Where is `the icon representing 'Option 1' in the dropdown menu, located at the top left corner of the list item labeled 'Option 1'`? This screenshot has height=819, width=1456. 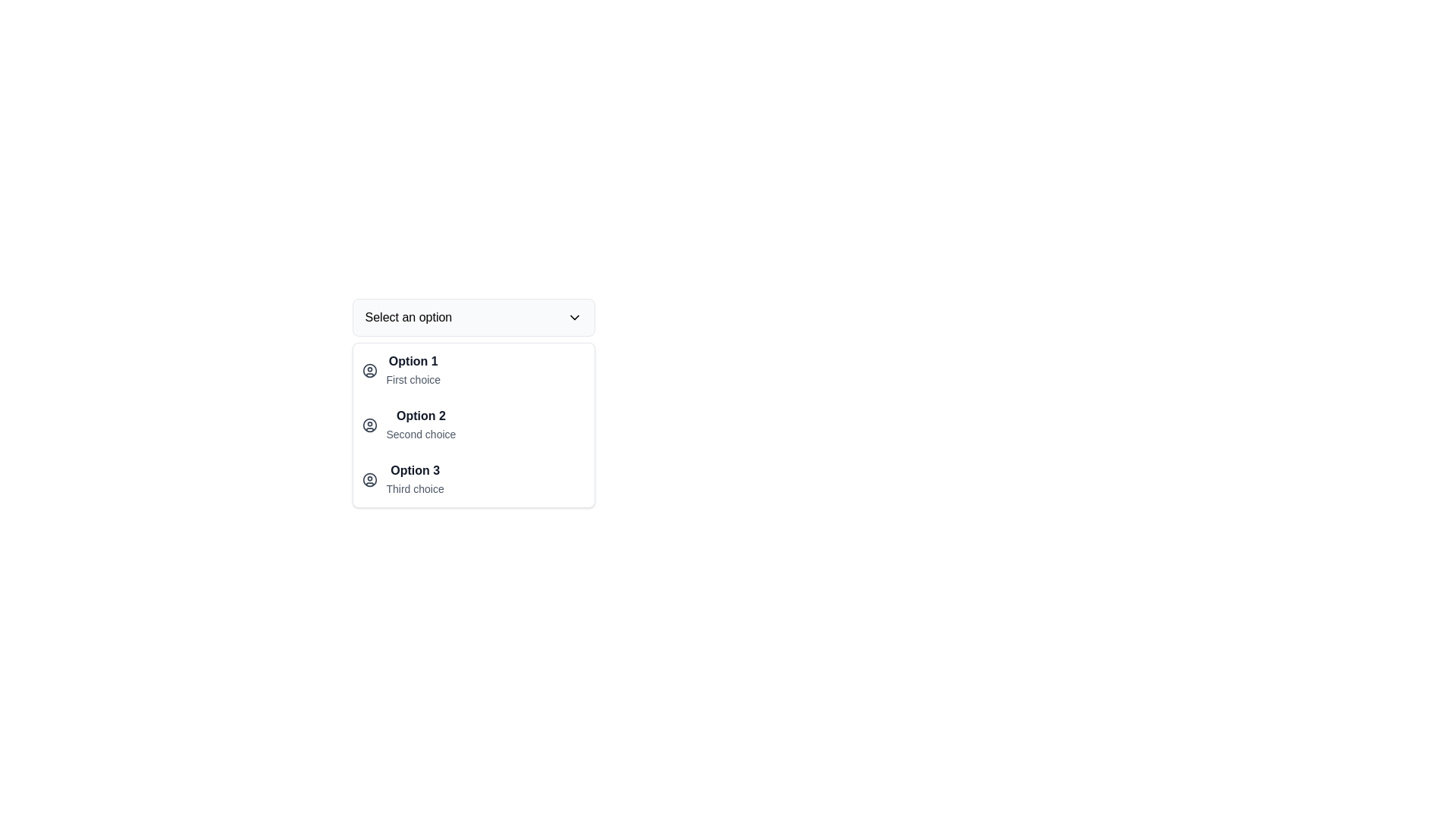 the icon representing 'Option 1' in the dropdown menu, located at the top left corner of the list item labeled 'Option 1' is located at coordinates (369, 371).